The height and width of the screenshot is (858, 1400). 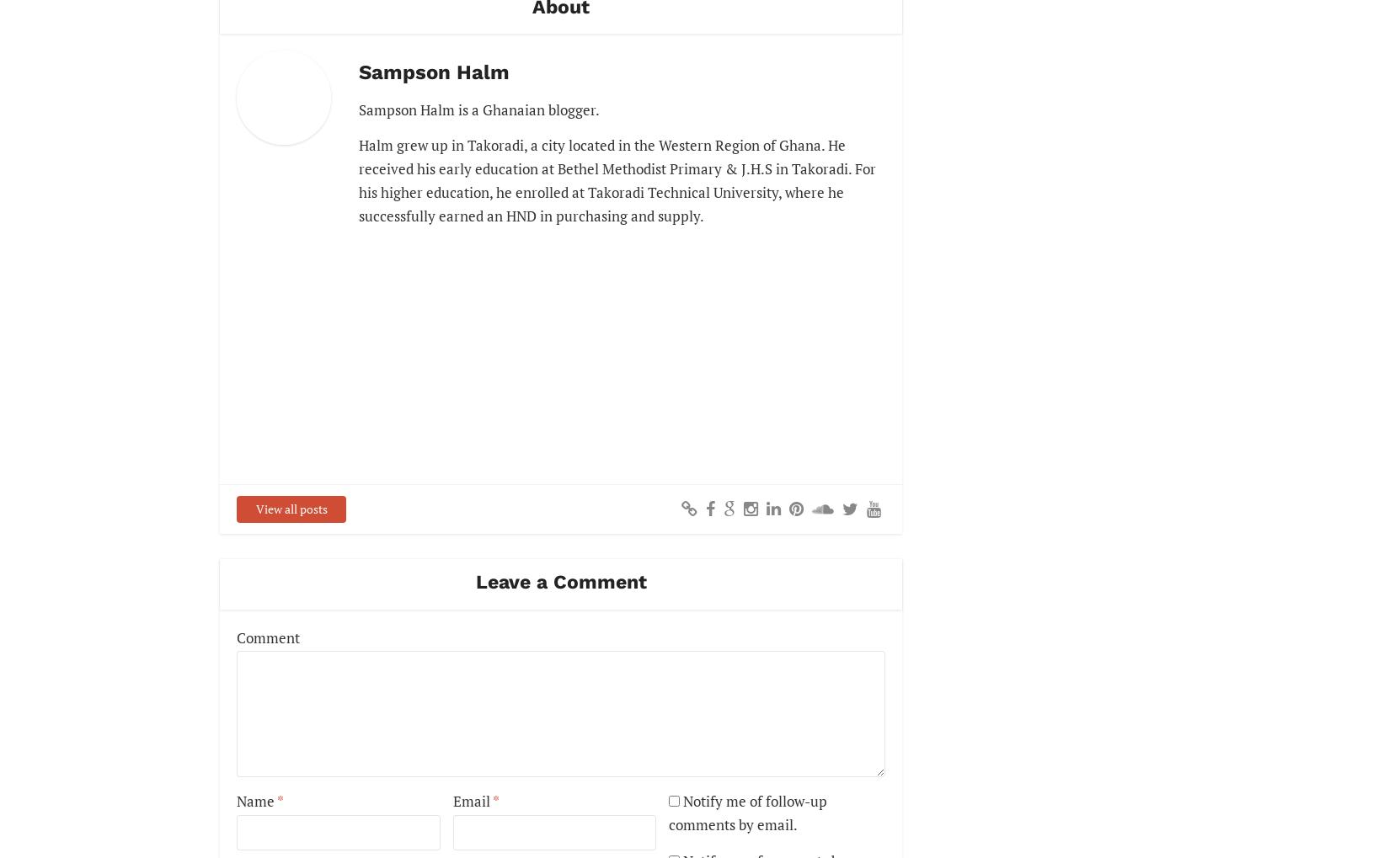 What do you see at coordinates (268, 636) in the screenshot?
I see `'Comment'` at bounding box center [268, 636].